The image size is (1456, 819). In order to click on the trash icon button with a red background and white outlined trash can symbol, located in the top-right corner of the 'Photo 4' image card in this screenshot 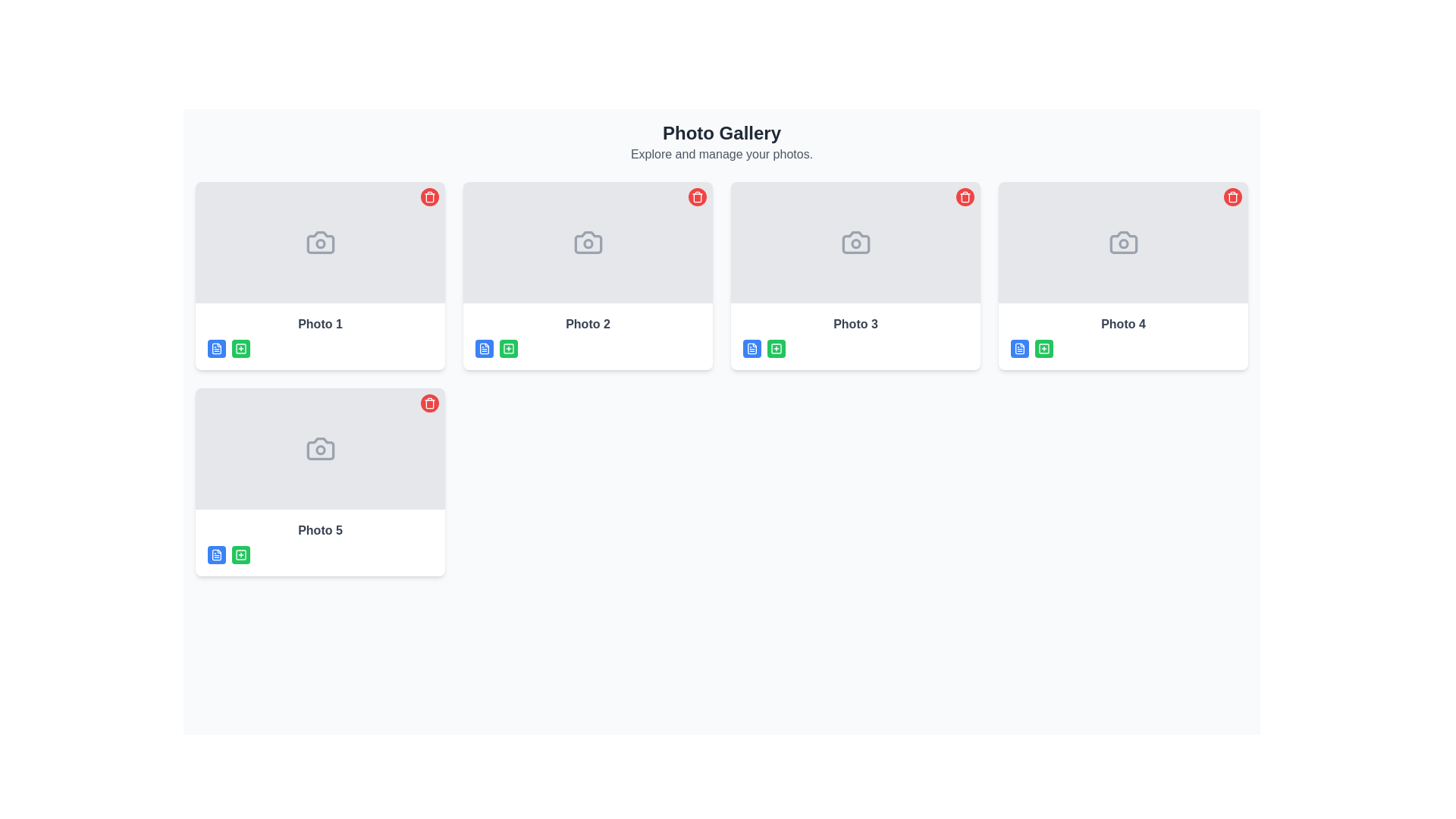, I will do `click(1233, 196)`.